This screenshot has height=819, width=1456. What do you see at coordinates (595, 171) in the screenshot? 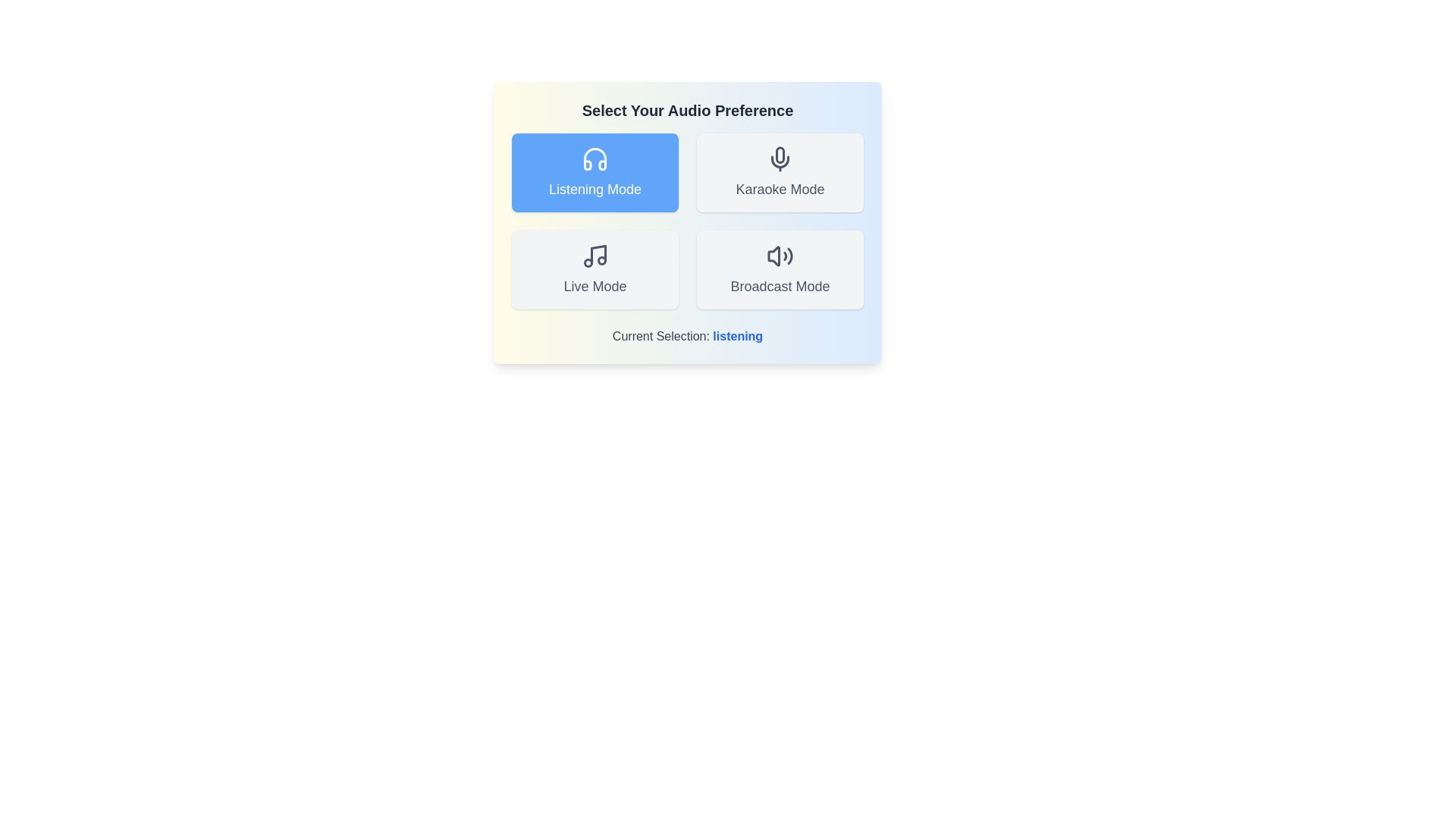
I see `the mode button for Listening Mode` at bounding box center [595, 171].